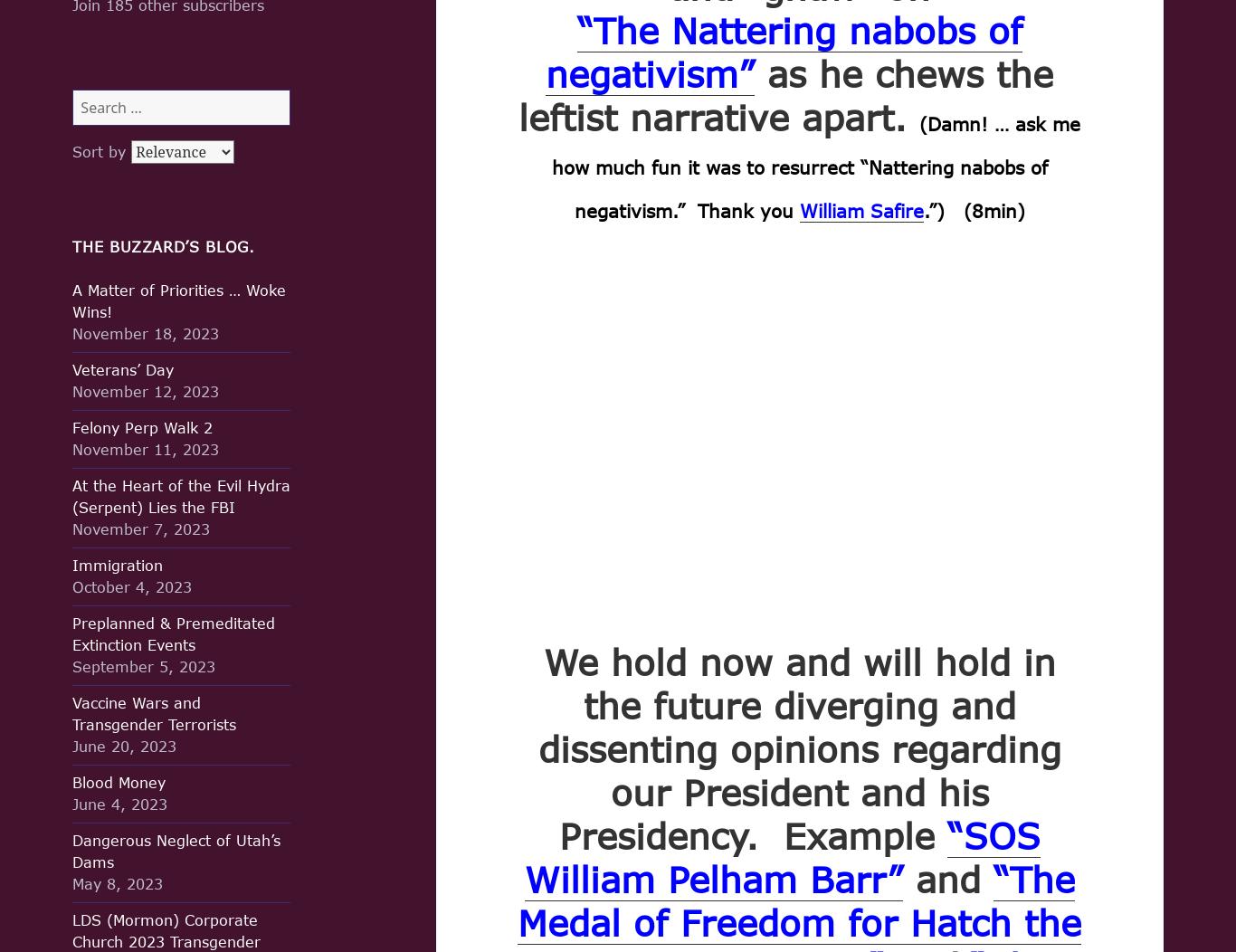 The height and width of the screenshot is (952, 1236). What do you see at coordinates (72, 850) in the screenshot?
I see `'Dangerous Neglect of Utah’s Dams'` at bounding box center [72, 850].